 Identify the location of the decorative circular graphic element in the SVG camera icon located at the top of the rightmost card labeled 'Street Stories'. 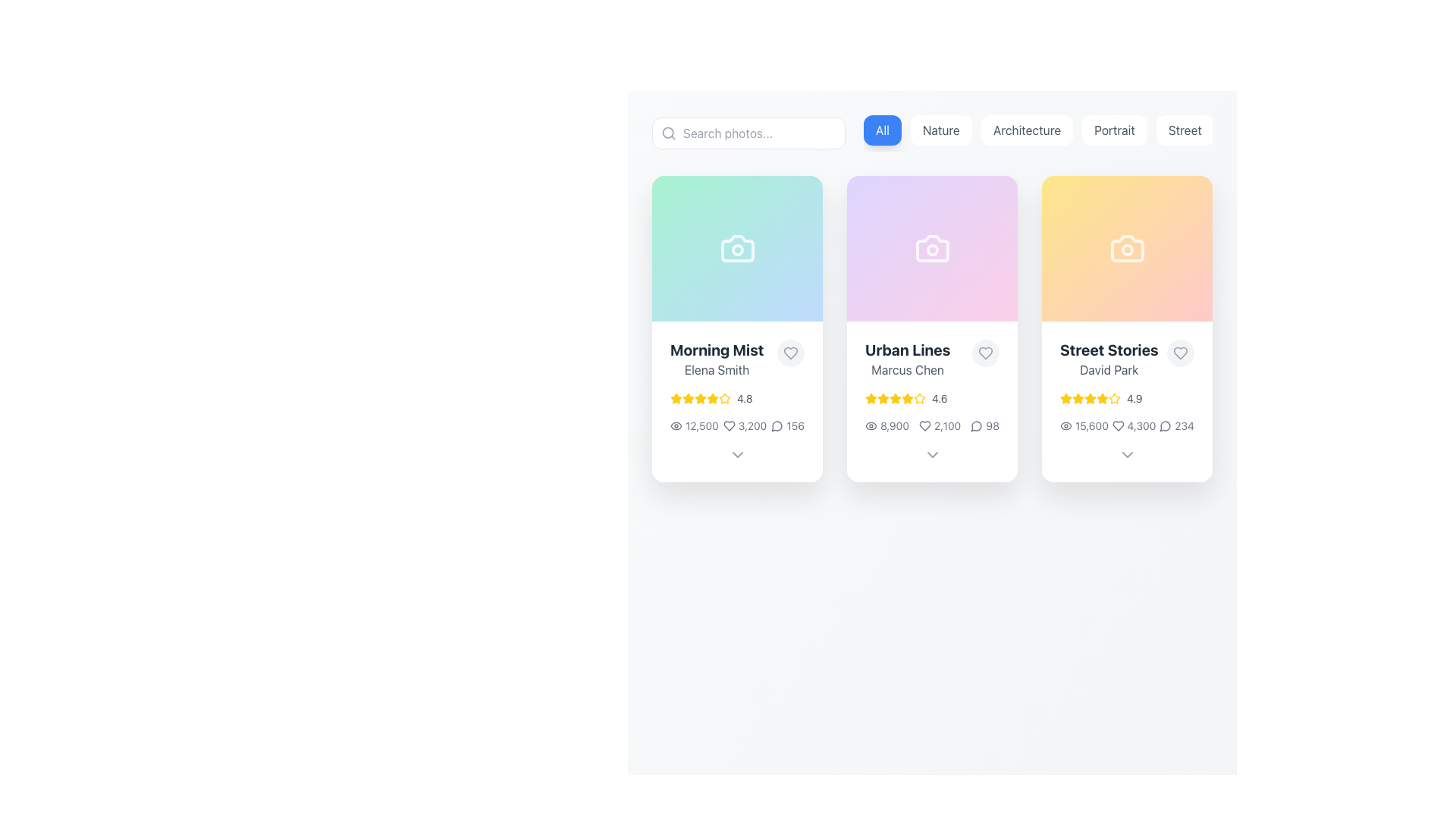
(1127, 249).